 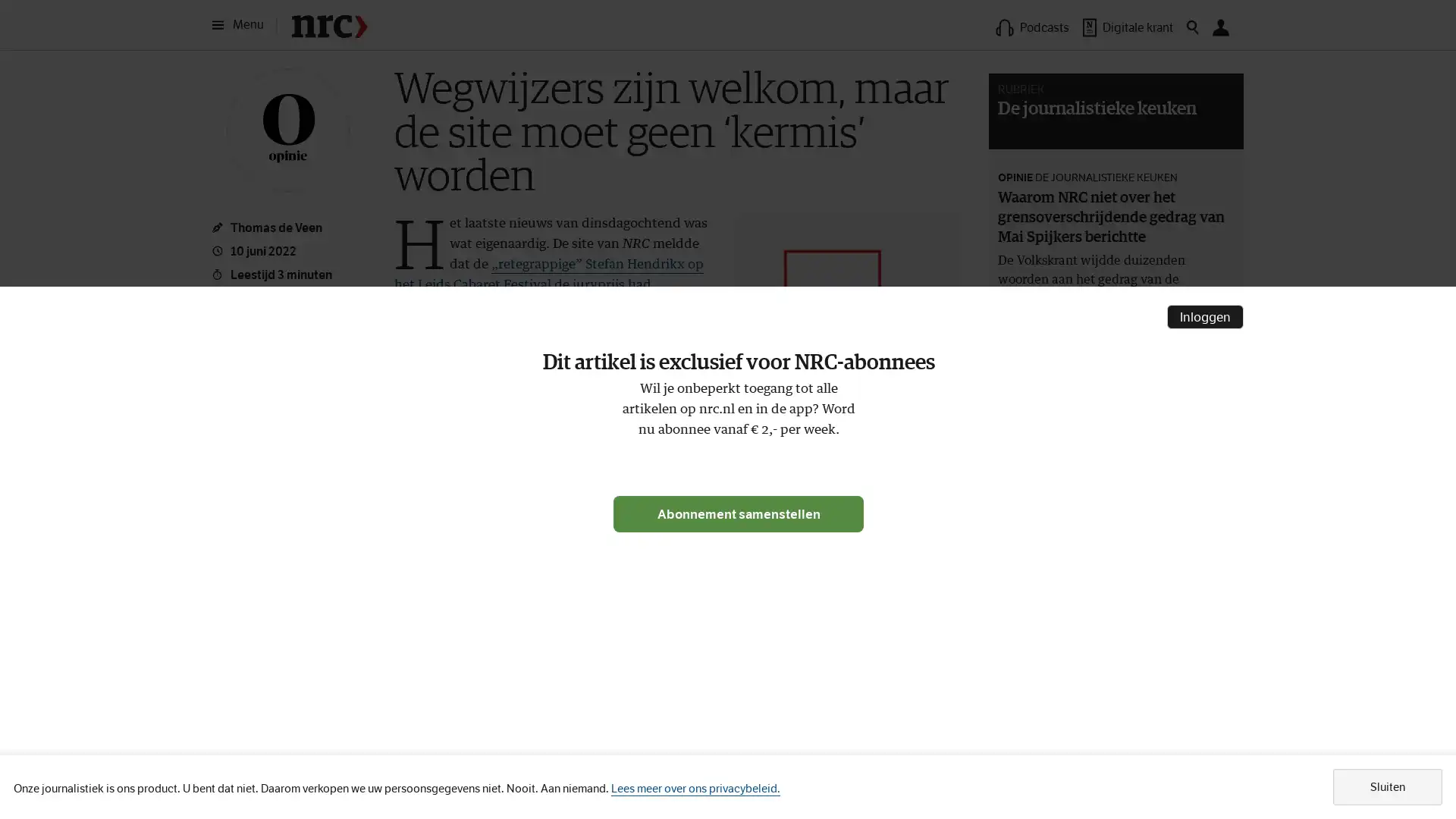 I want to click on Opslaan in leeslijst, so click(x=273, y=310).